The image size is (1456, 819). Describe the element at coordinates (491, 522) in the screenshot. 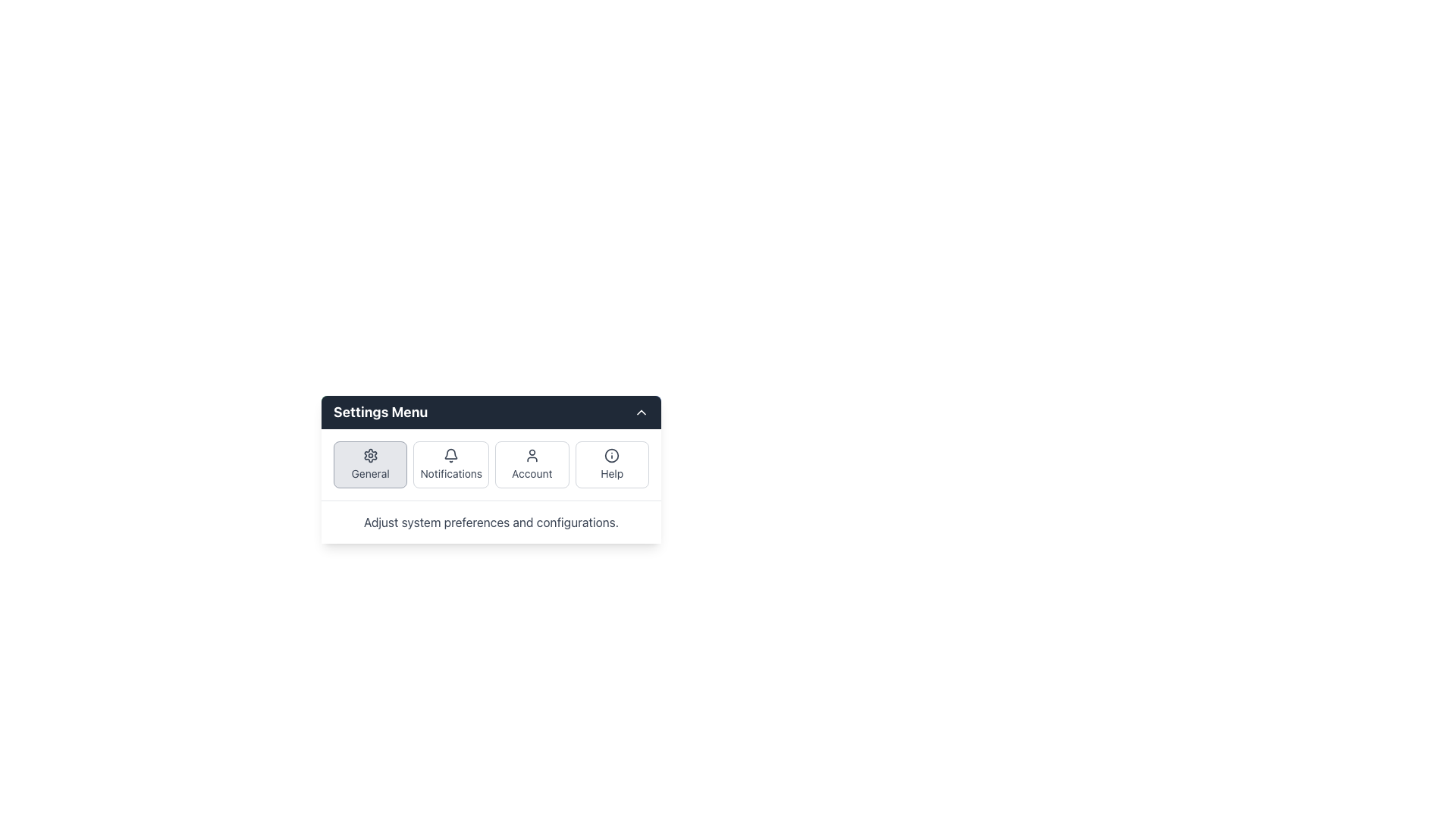

I see `the static text label located below the row of buttons labeled 'General,' 'Notifications,' 'Account,' and 'Help' to emphasize it` at that location.